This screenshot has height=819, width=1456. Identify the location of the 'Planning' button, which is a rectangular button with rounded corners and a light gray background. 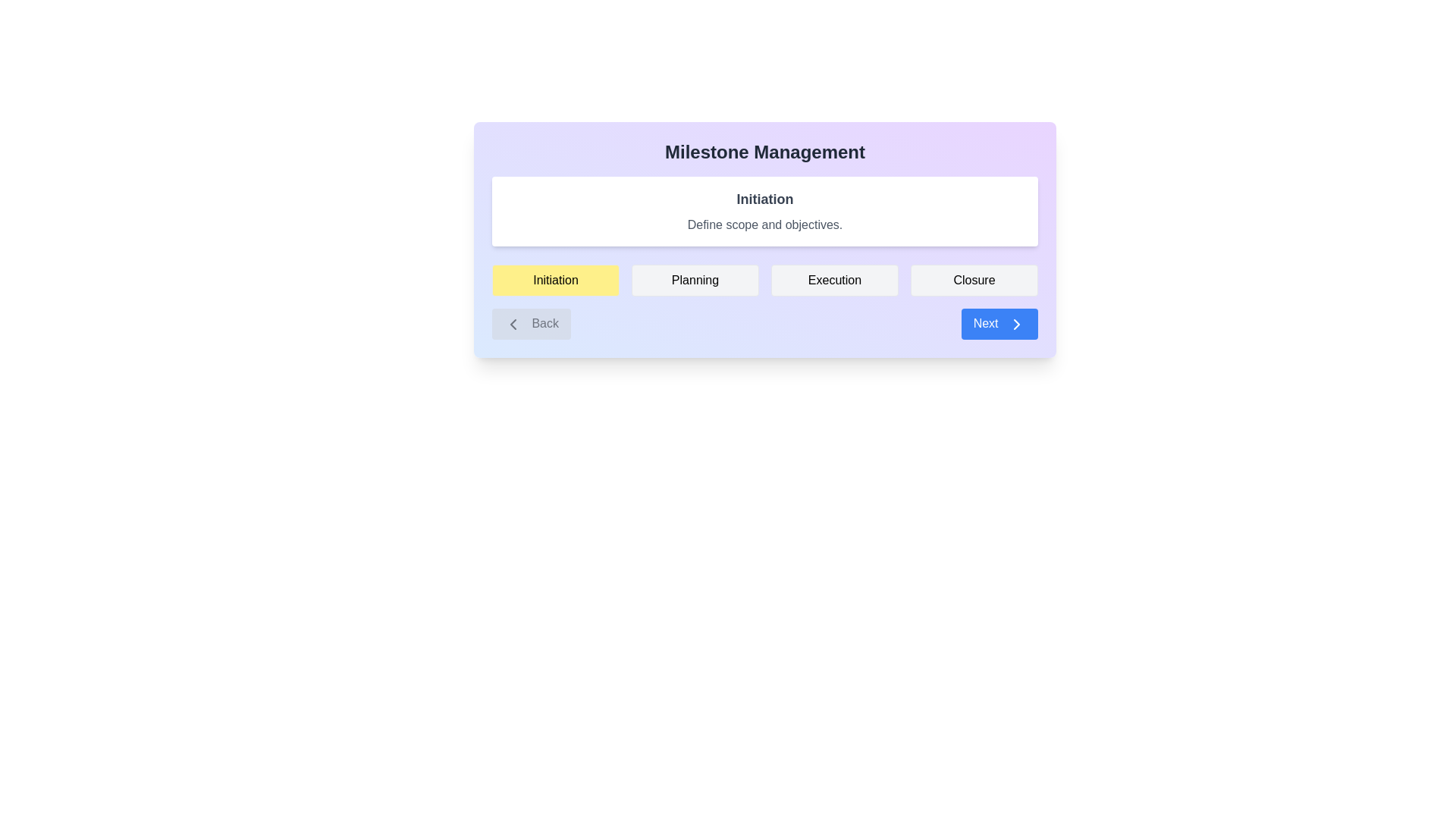
(694, 281).